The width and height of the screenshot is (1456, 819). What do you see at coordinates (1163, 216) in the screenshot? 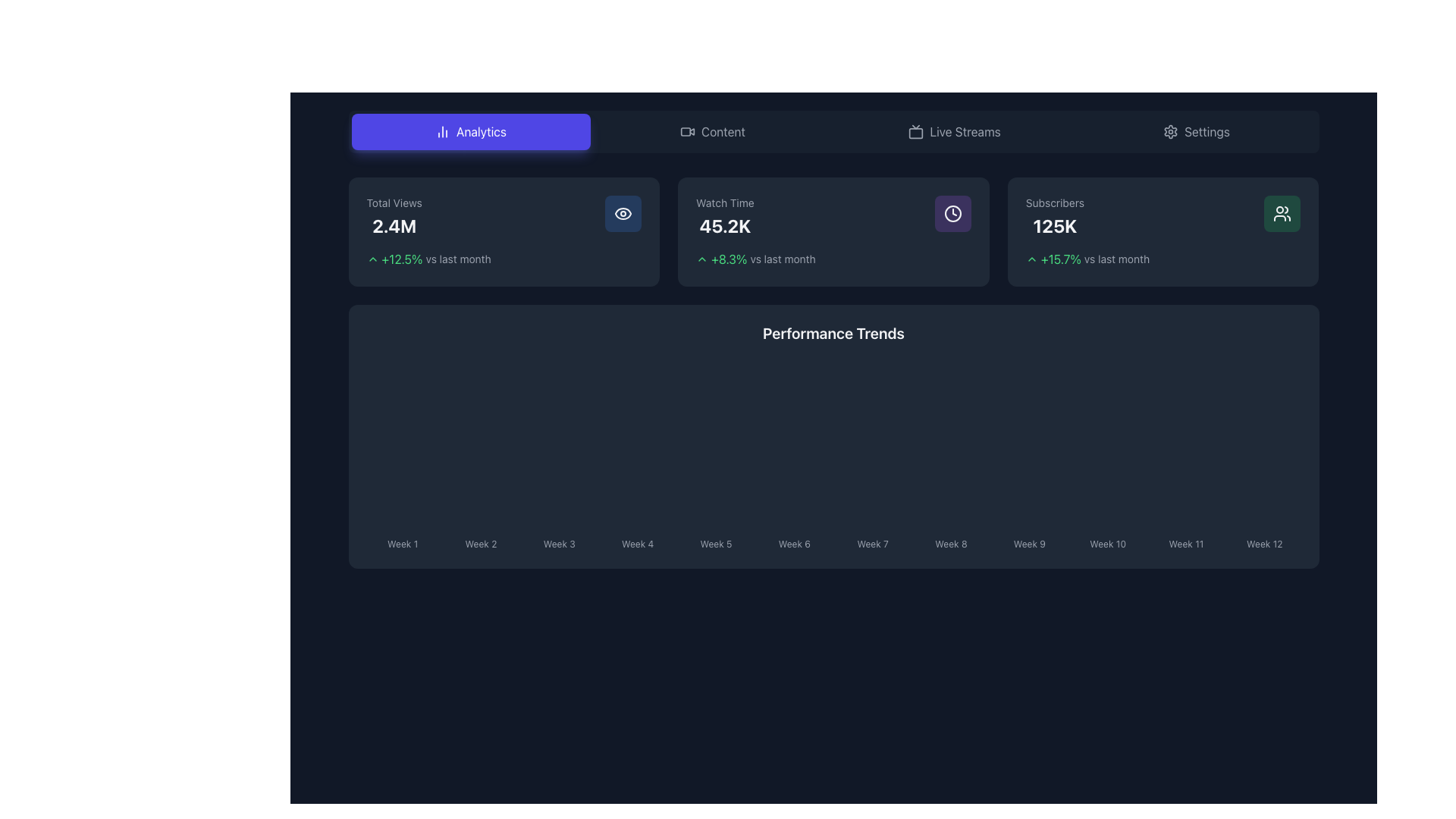
I see `the statistics displayed in the top-most section of the subscriber count element, which includes text and an icon, located in the top-right of the analytics interface` at bounding box center [1163, 216].